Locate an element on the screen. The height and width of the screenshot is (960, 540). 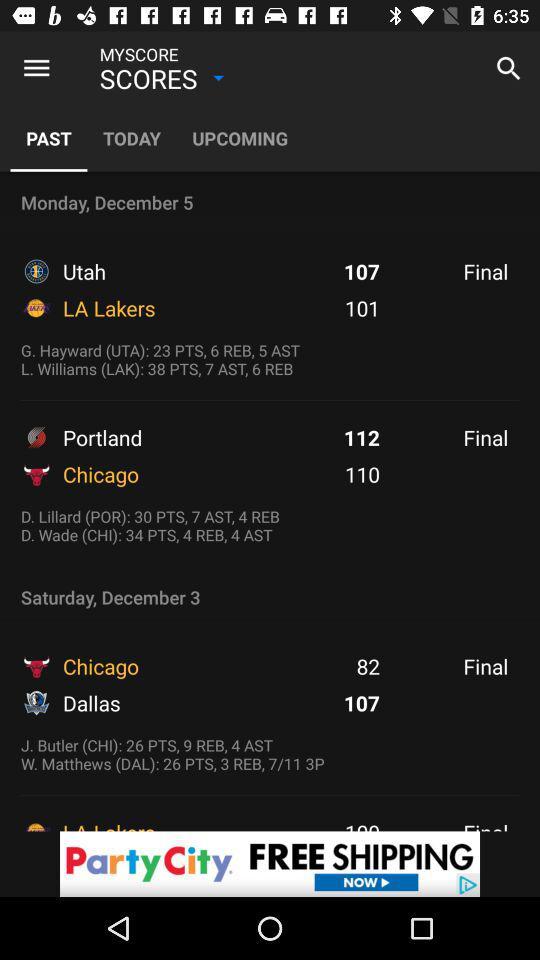
the icon beside utah is located at coordinates (36, 270).